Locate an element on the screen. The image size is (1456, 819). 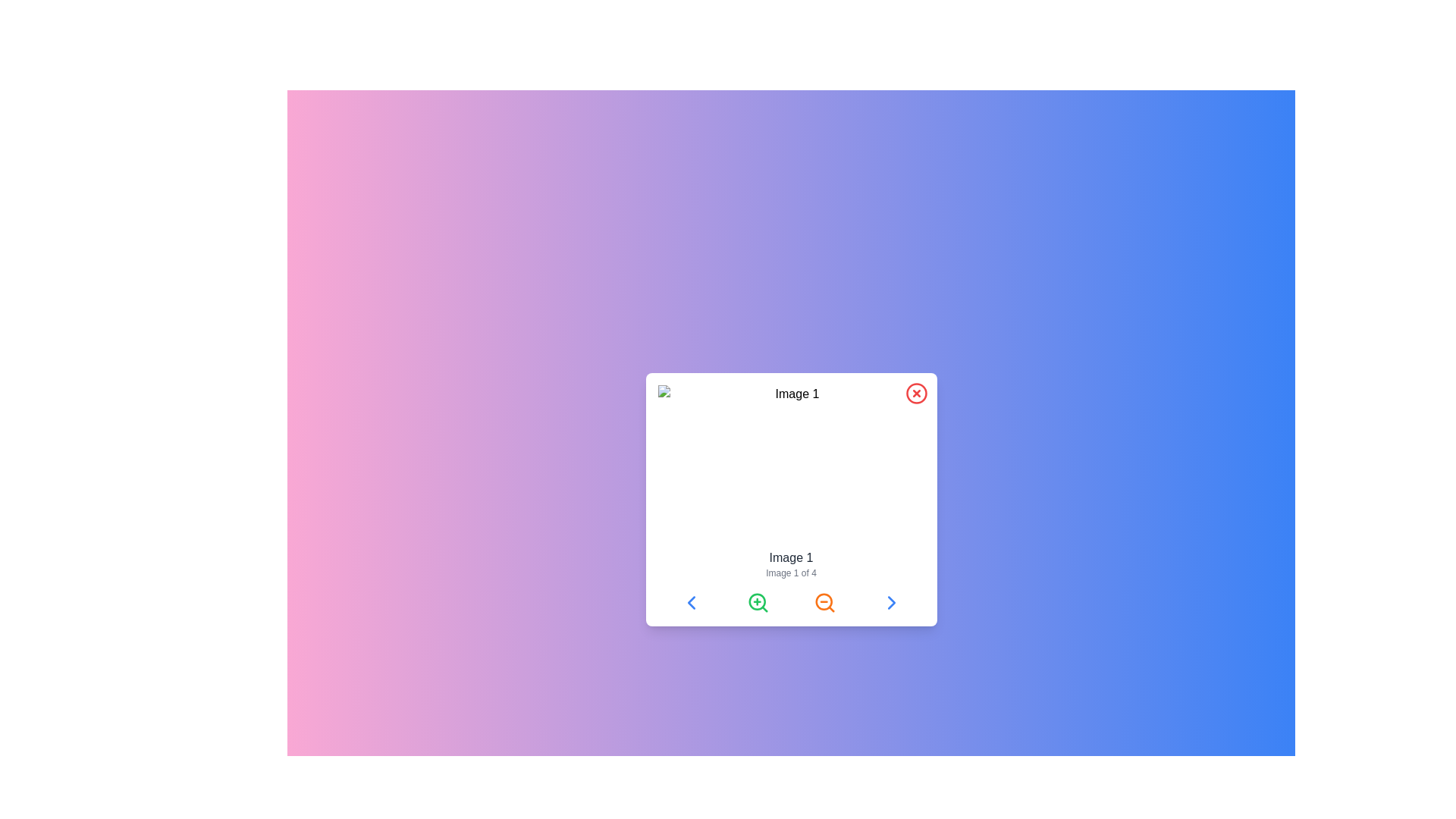
the navigation button located at the far left of the interactive icons in the center-bottom of the dialog box is located at coordinates (690, 601).